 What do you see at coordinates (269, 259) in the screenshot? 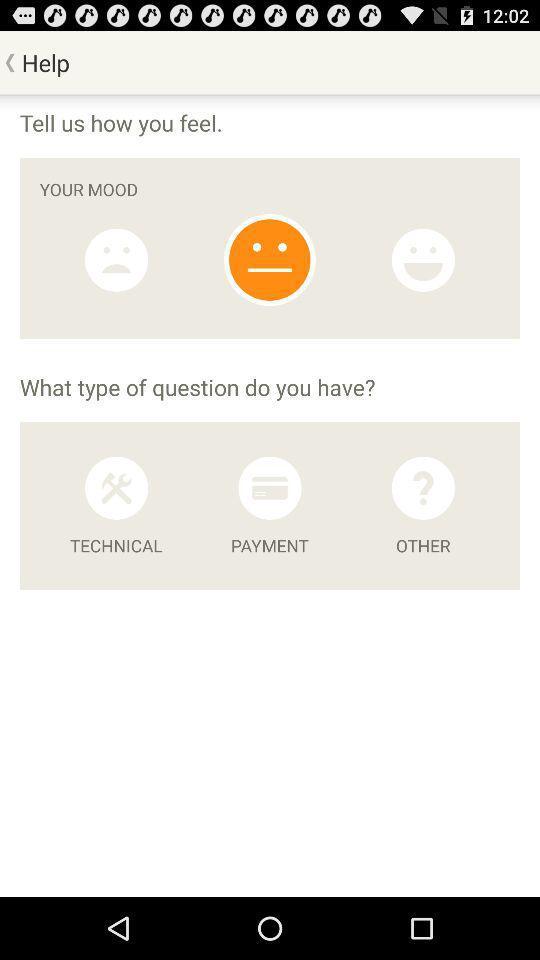
I see `emoji` at bounding box center [269, 259].